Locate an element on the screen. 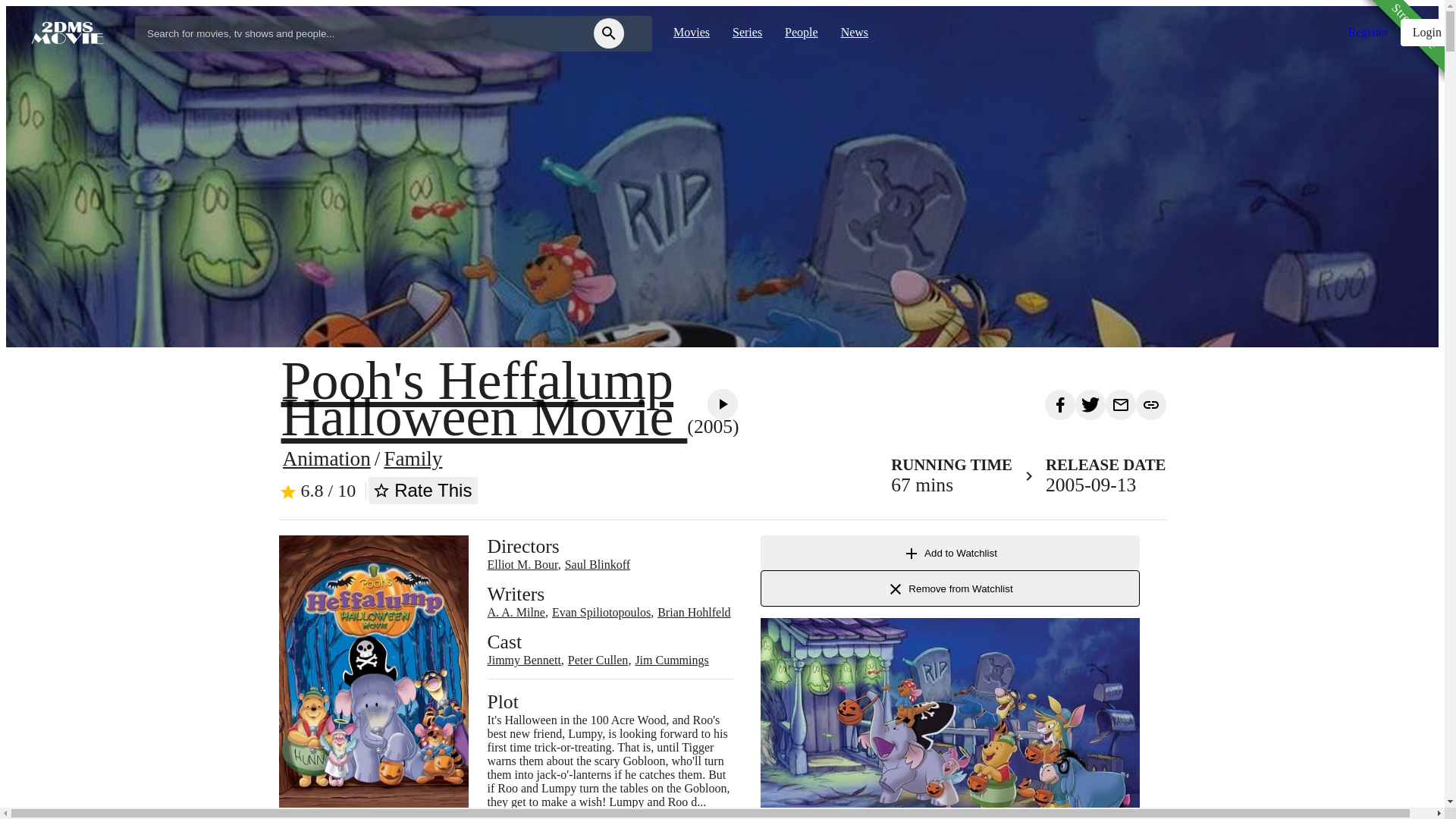 The image size is (1456, 819). 'News' is located at coordinates (855, 32).